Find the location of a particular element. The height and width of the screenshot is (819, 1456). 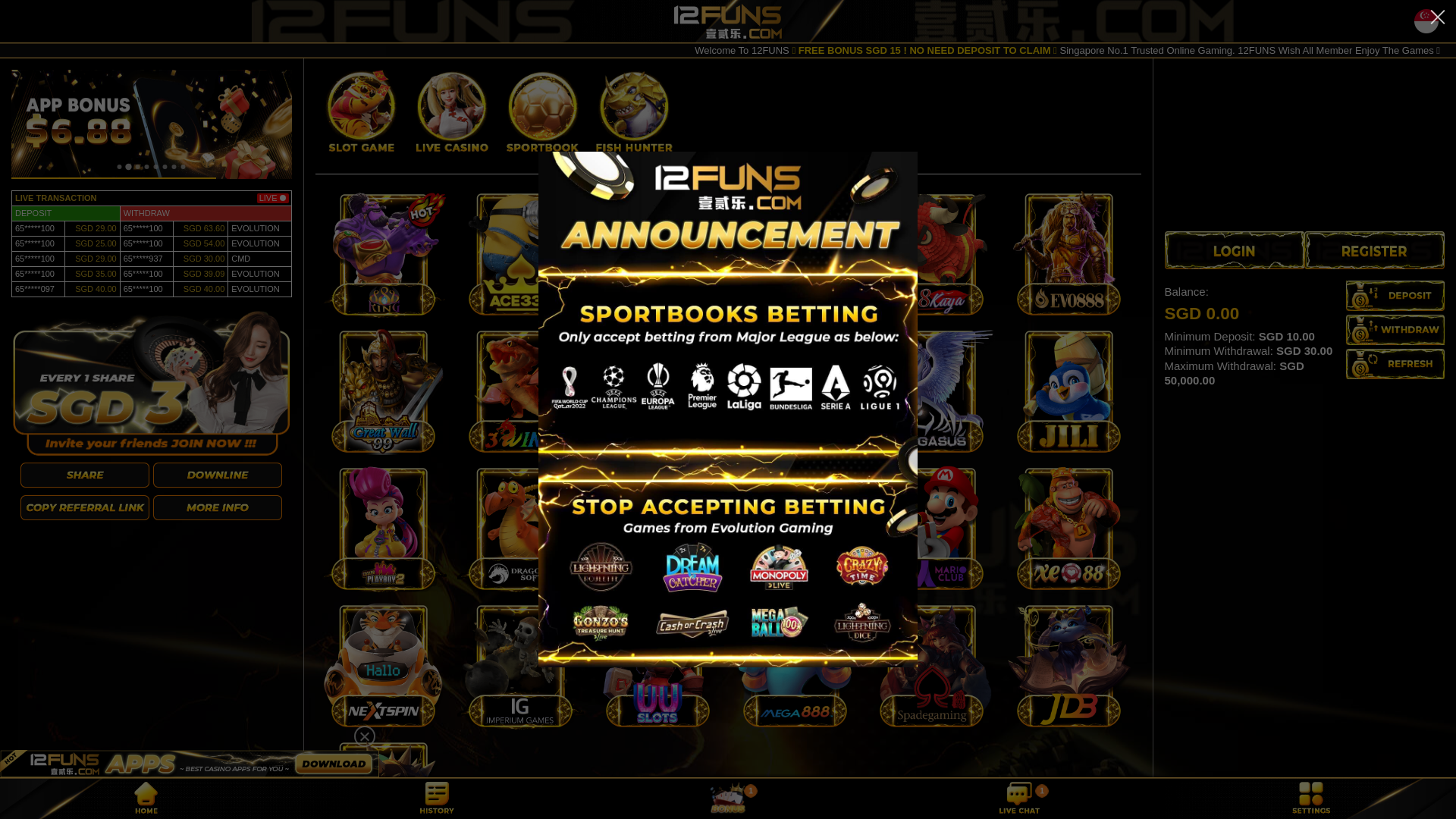

'LOGIN' is located at coordinates (1235, 249).